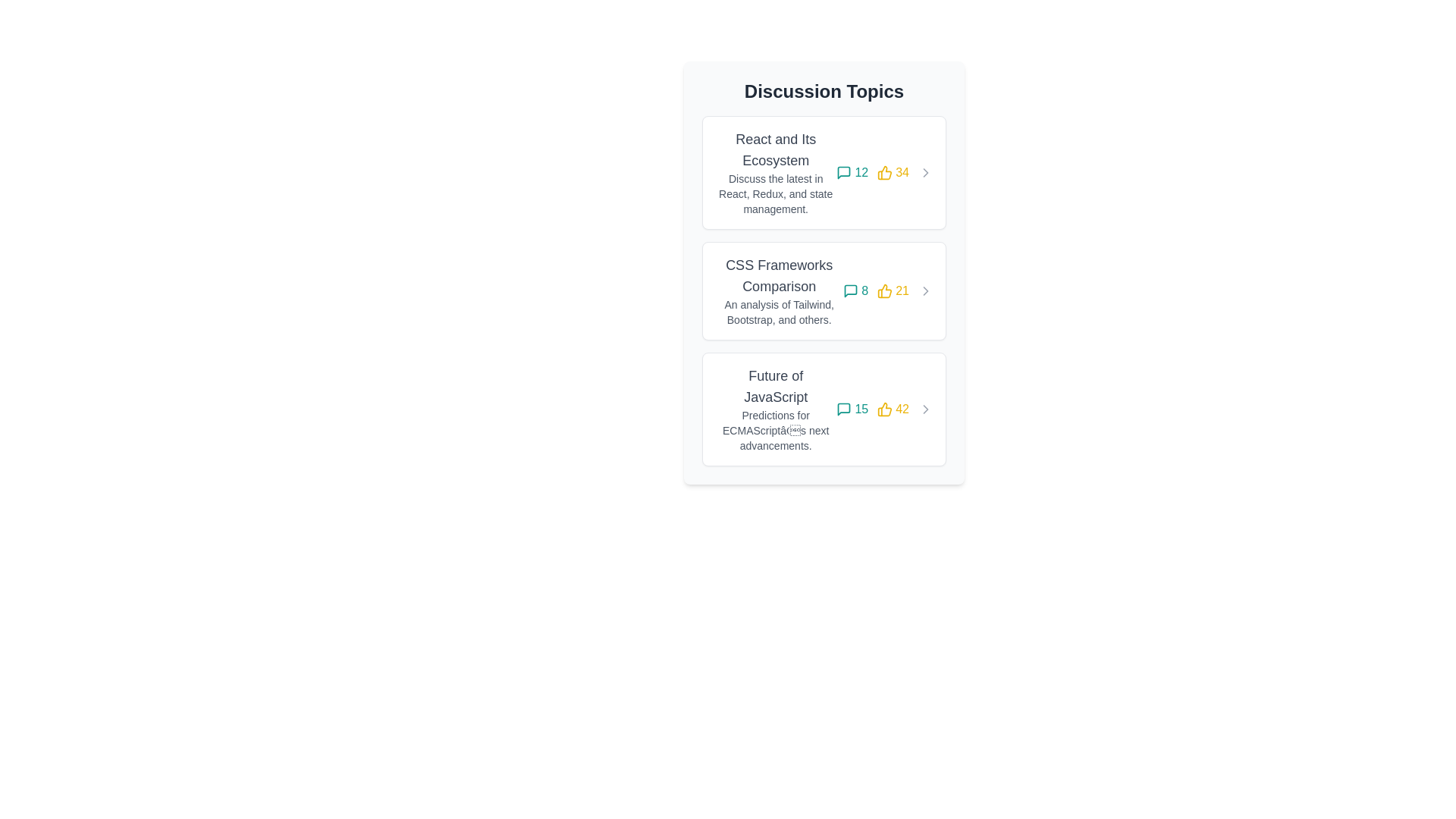 Image resolution: width=1456 pixels, height=819 pixels. I want to click on the graphical counter component displaying the like count for the topic 'Future of JavaScript' located in the bottom-right corner of the card, so click(885, 409).